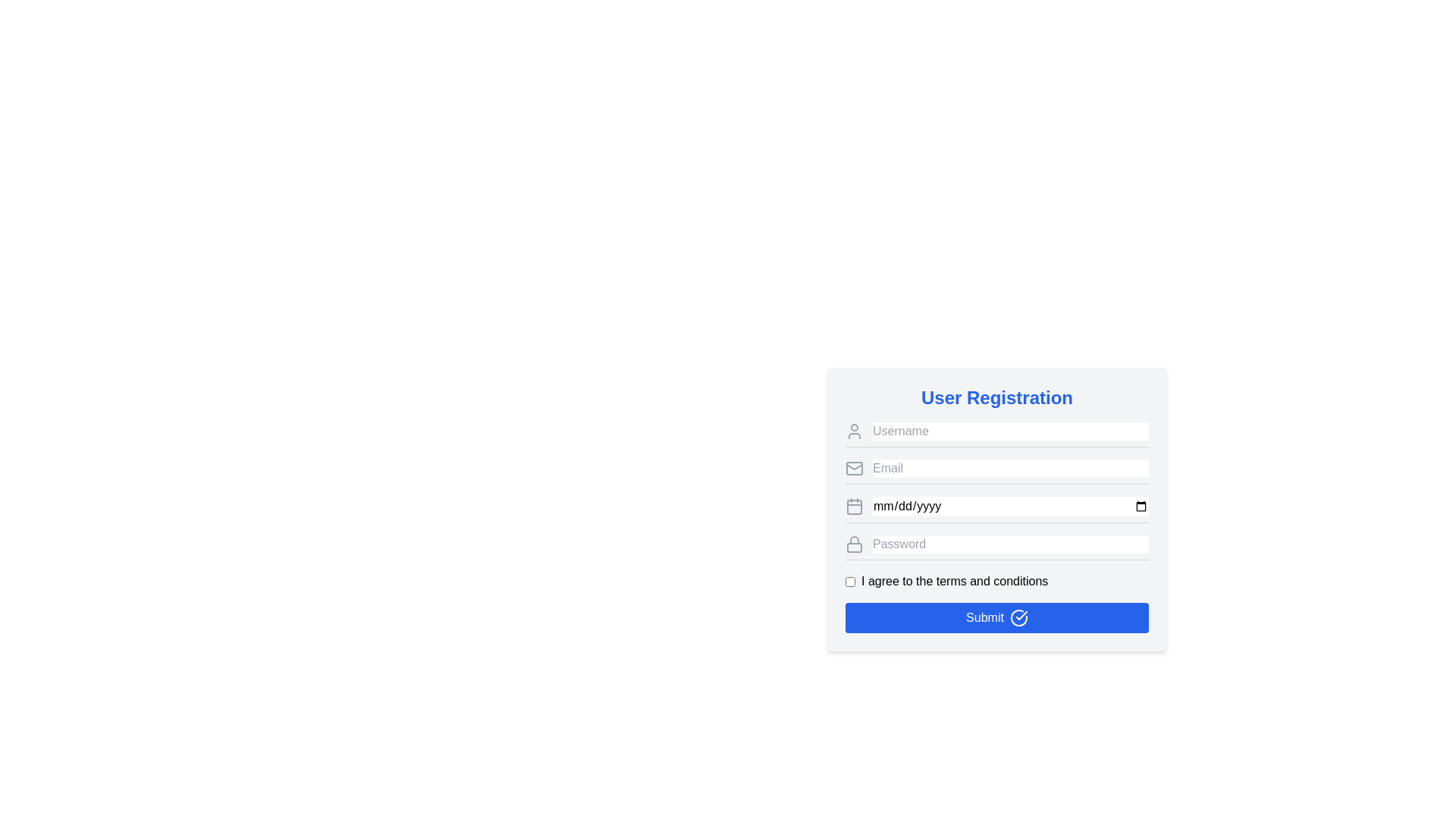 The height and width of the screenshot is (819, 1456). I want to click on the confirmation checkbox for terms and conditions, so click(997, 581).